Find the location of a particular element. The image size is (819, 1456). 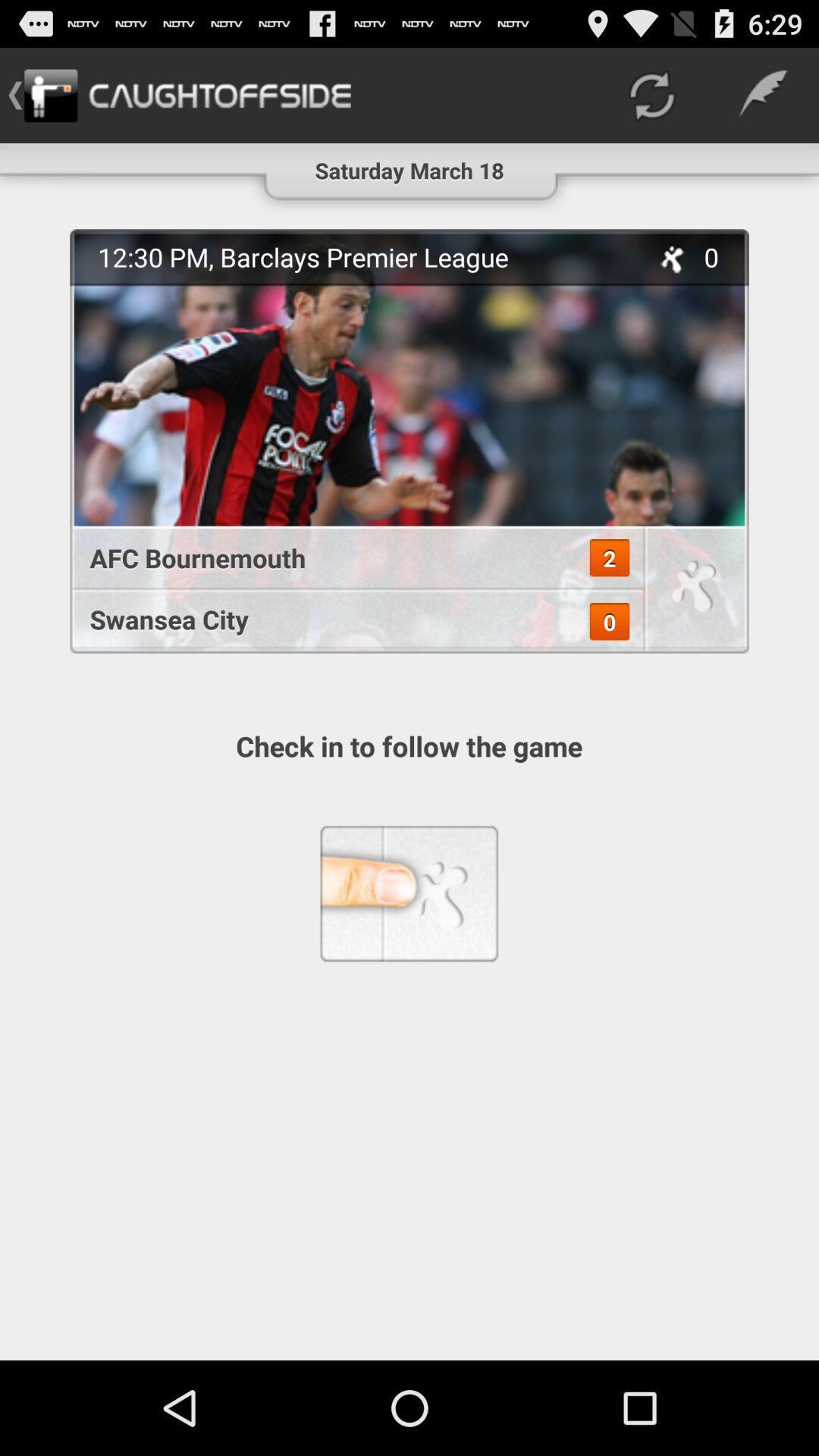

the app above swansea city icon is located at coordinates (348, 557).